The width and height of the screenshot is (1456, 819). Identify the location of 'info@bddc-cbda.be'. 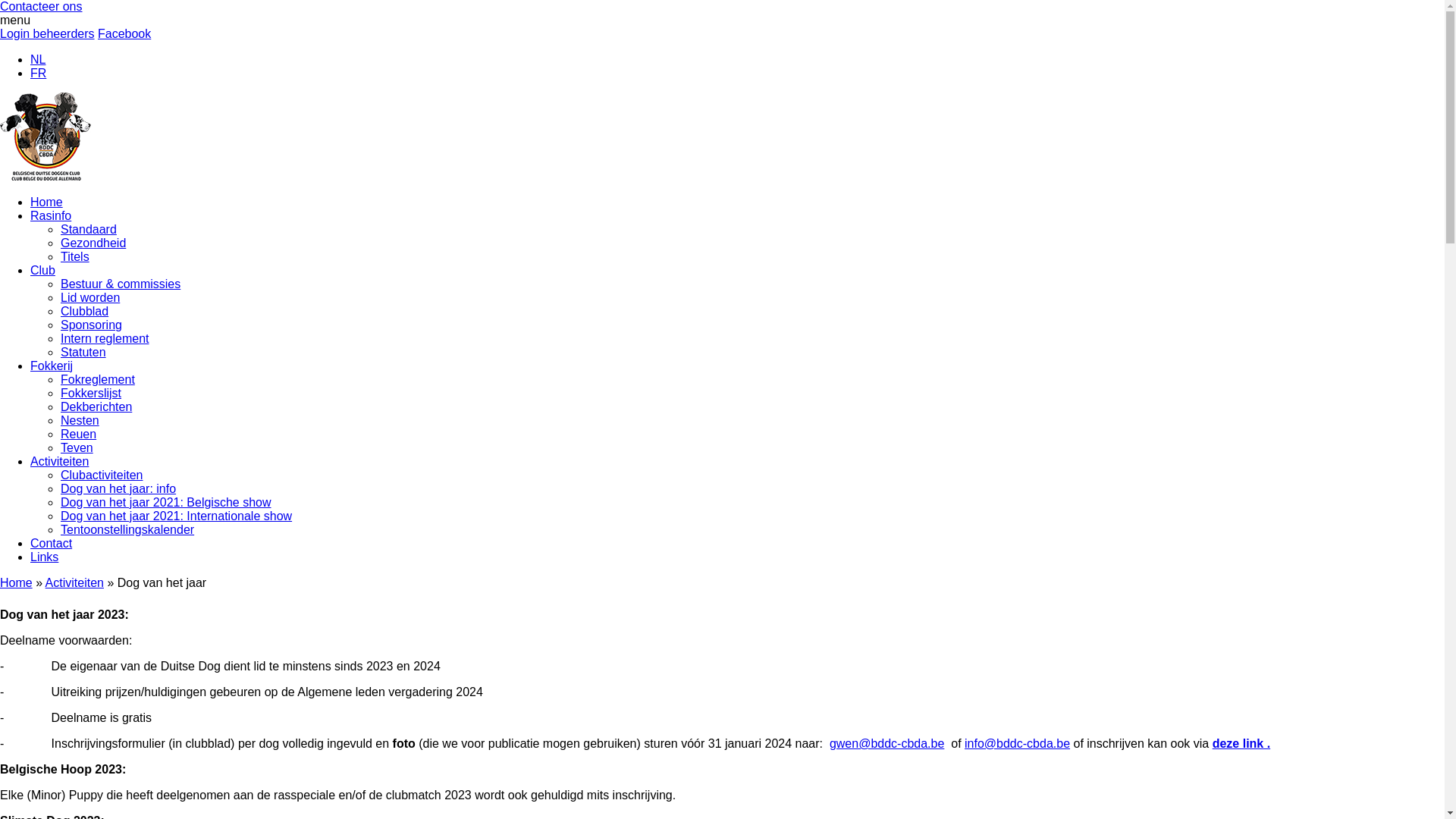
(1017, 742).